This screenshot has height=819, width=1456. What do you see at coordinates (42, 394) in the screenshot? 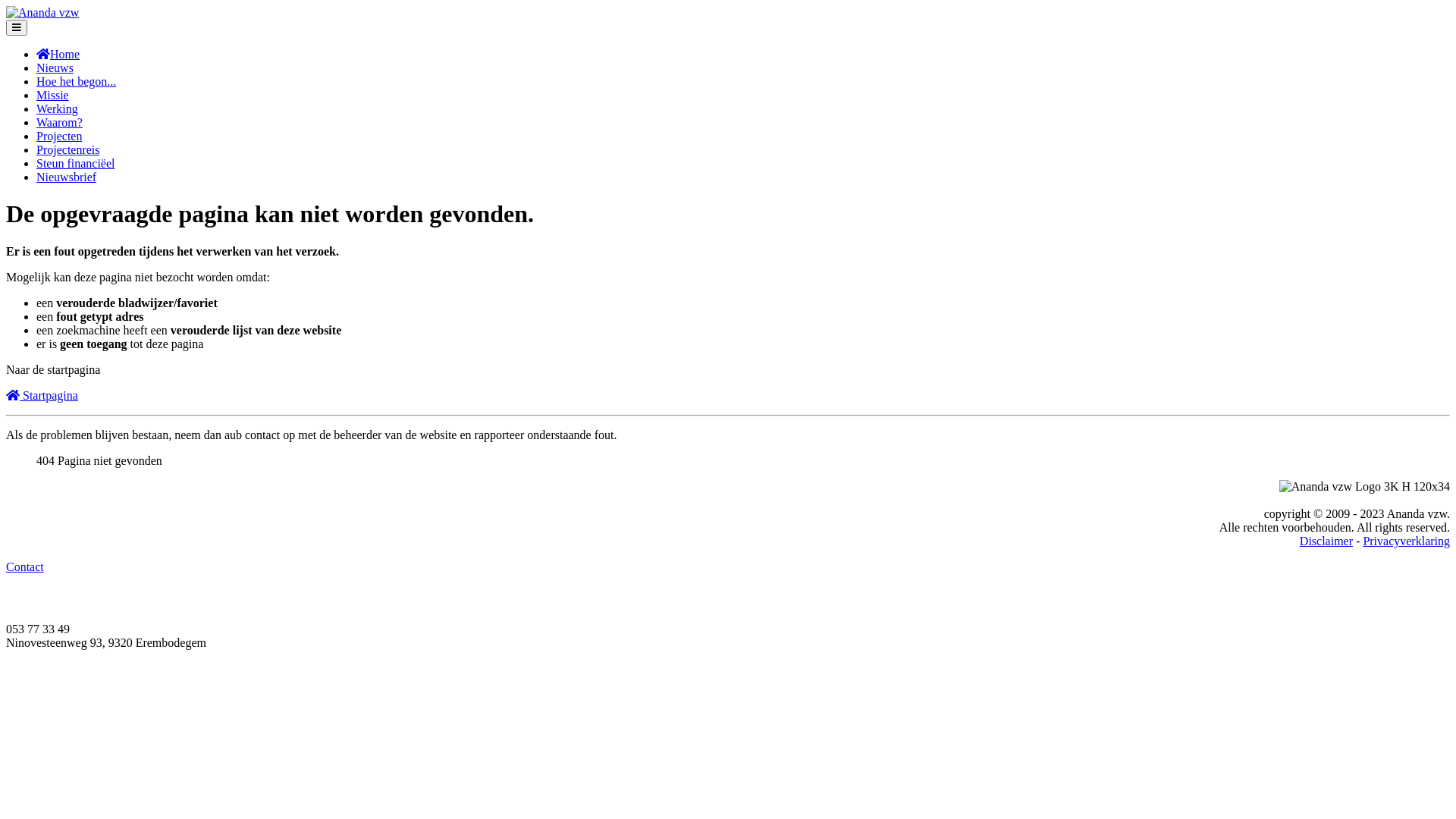
I see `'Startpagina'` at bounding box center [42, 394].